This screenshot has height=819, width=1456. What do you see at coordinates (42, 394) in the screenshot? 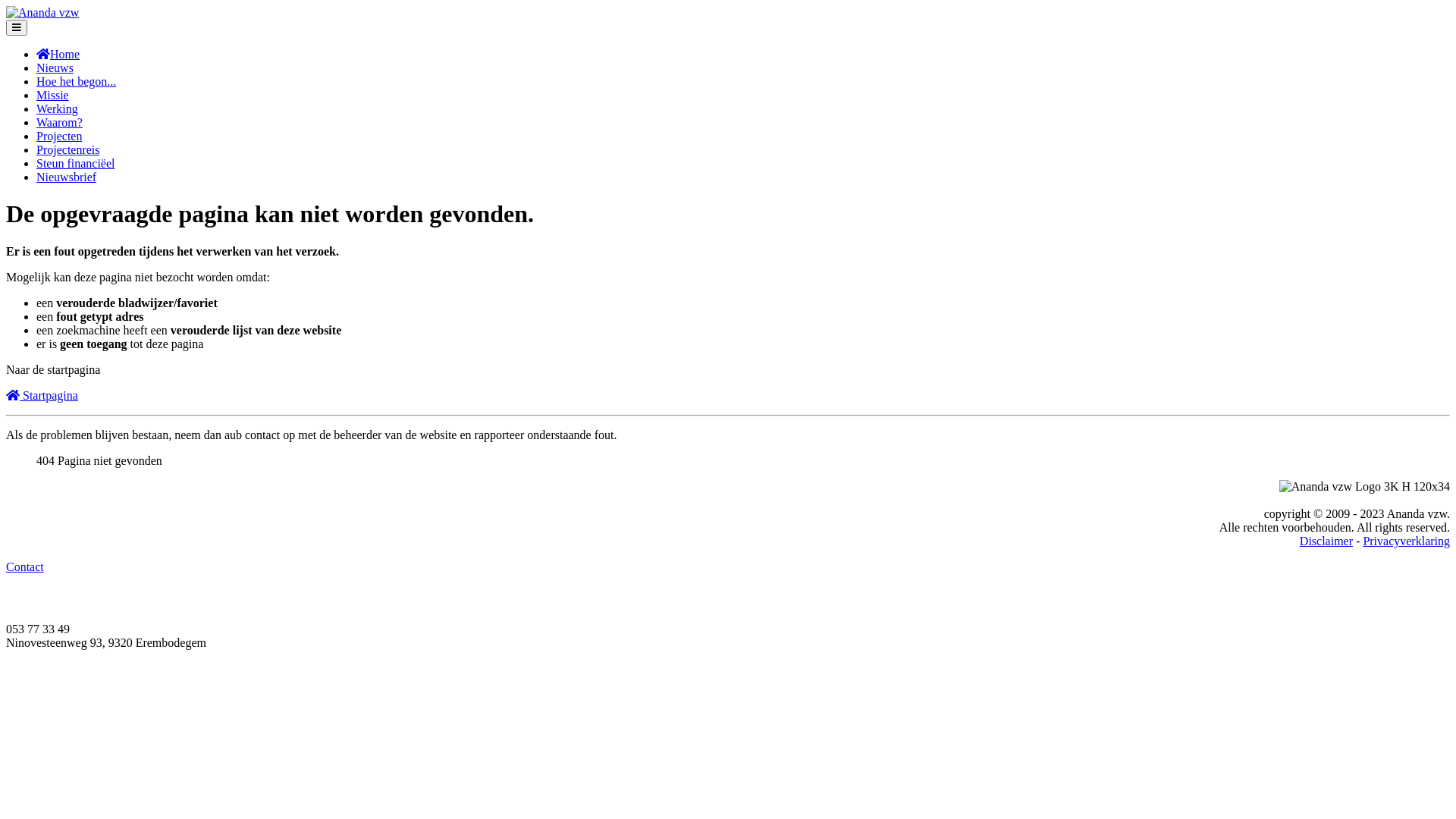
I see `'Startpagina'` at bounding box center [42, 394].